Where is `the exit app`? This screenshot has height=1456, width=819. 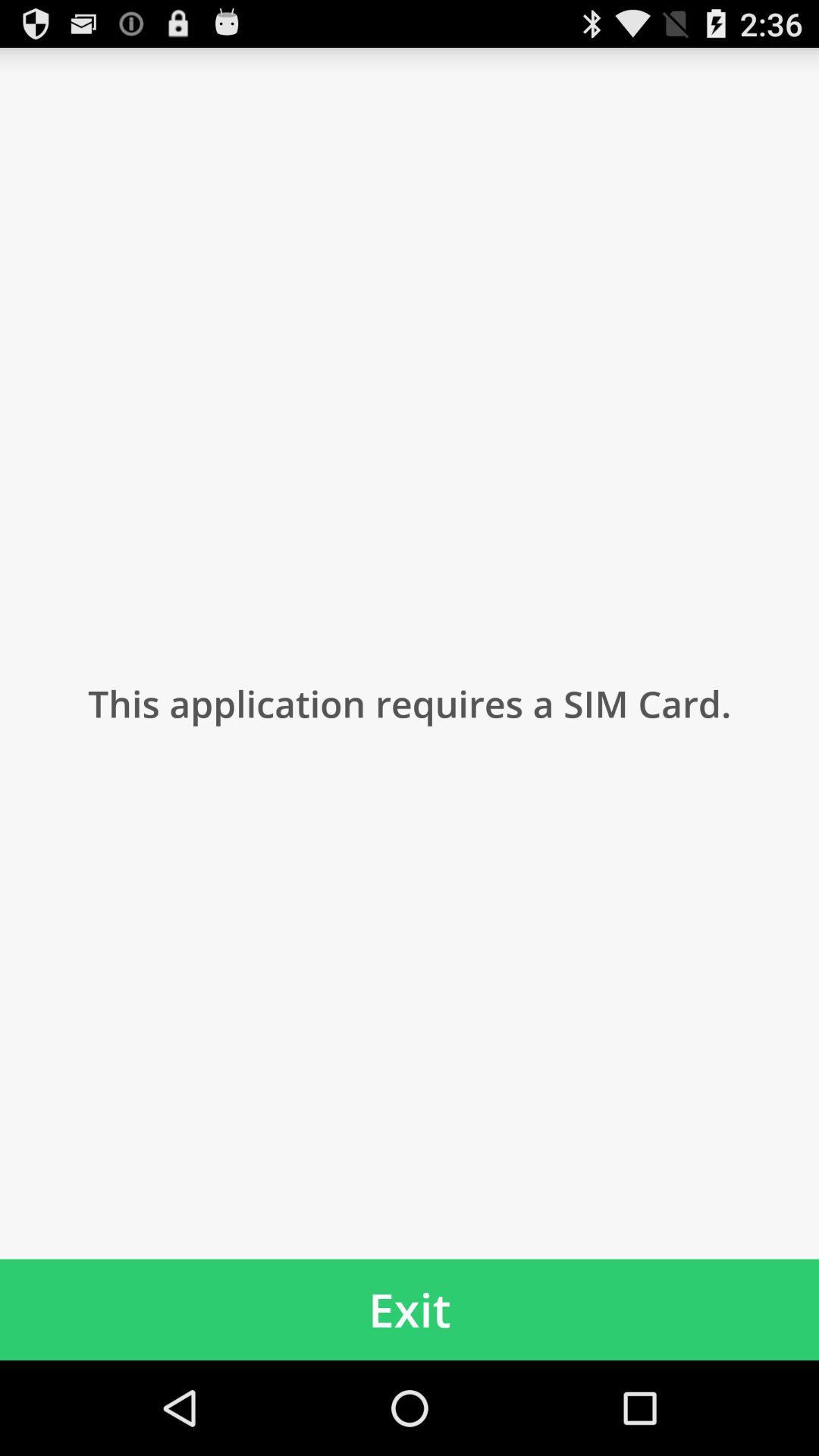 the exit app is located at coordinates (409, 1309).